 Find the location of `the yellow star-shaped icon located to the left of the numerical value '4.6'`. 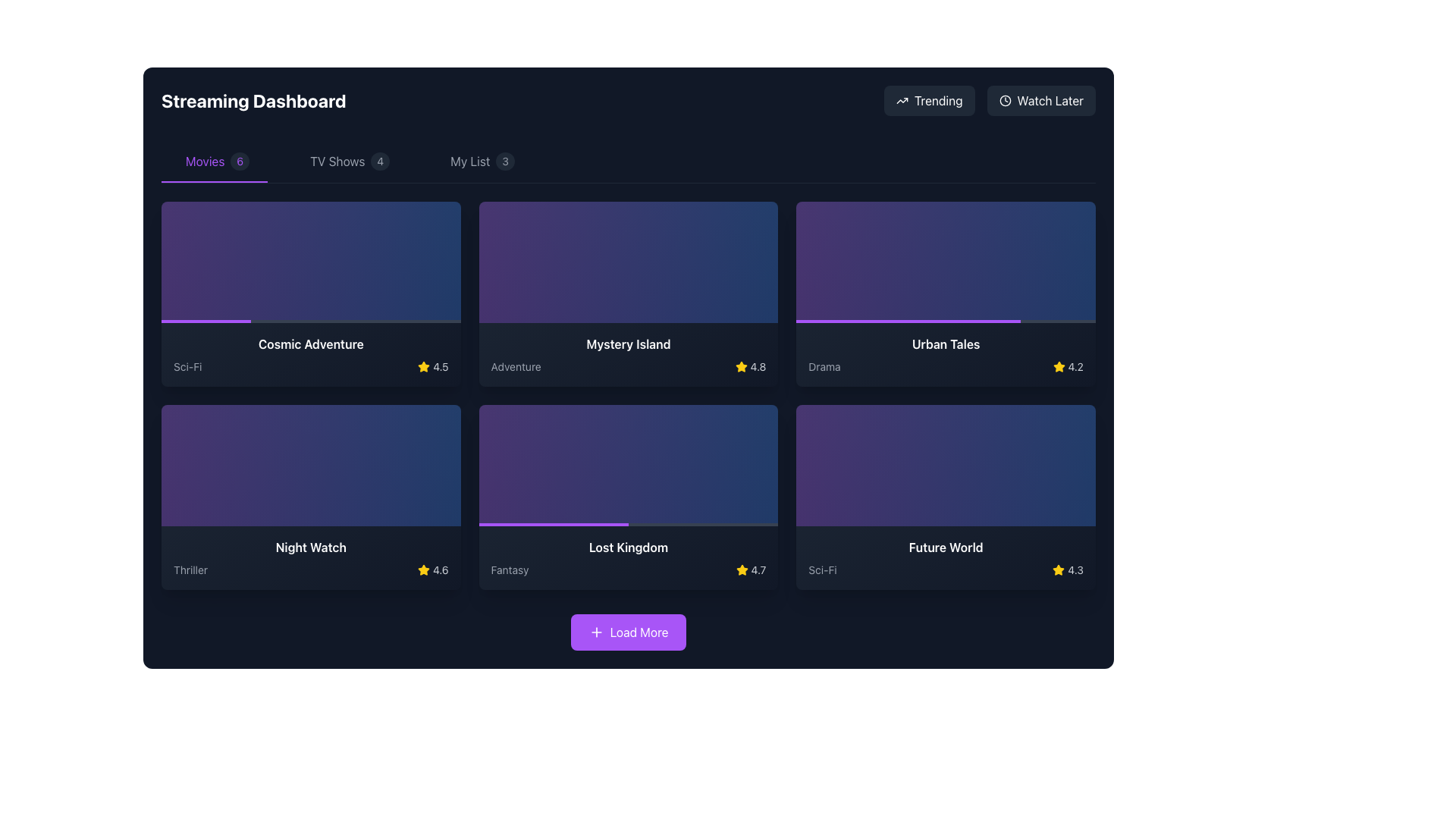

the yellow star-shaped icon located to the left of the numerical value '4.6' is located at coordinates (424, 570).